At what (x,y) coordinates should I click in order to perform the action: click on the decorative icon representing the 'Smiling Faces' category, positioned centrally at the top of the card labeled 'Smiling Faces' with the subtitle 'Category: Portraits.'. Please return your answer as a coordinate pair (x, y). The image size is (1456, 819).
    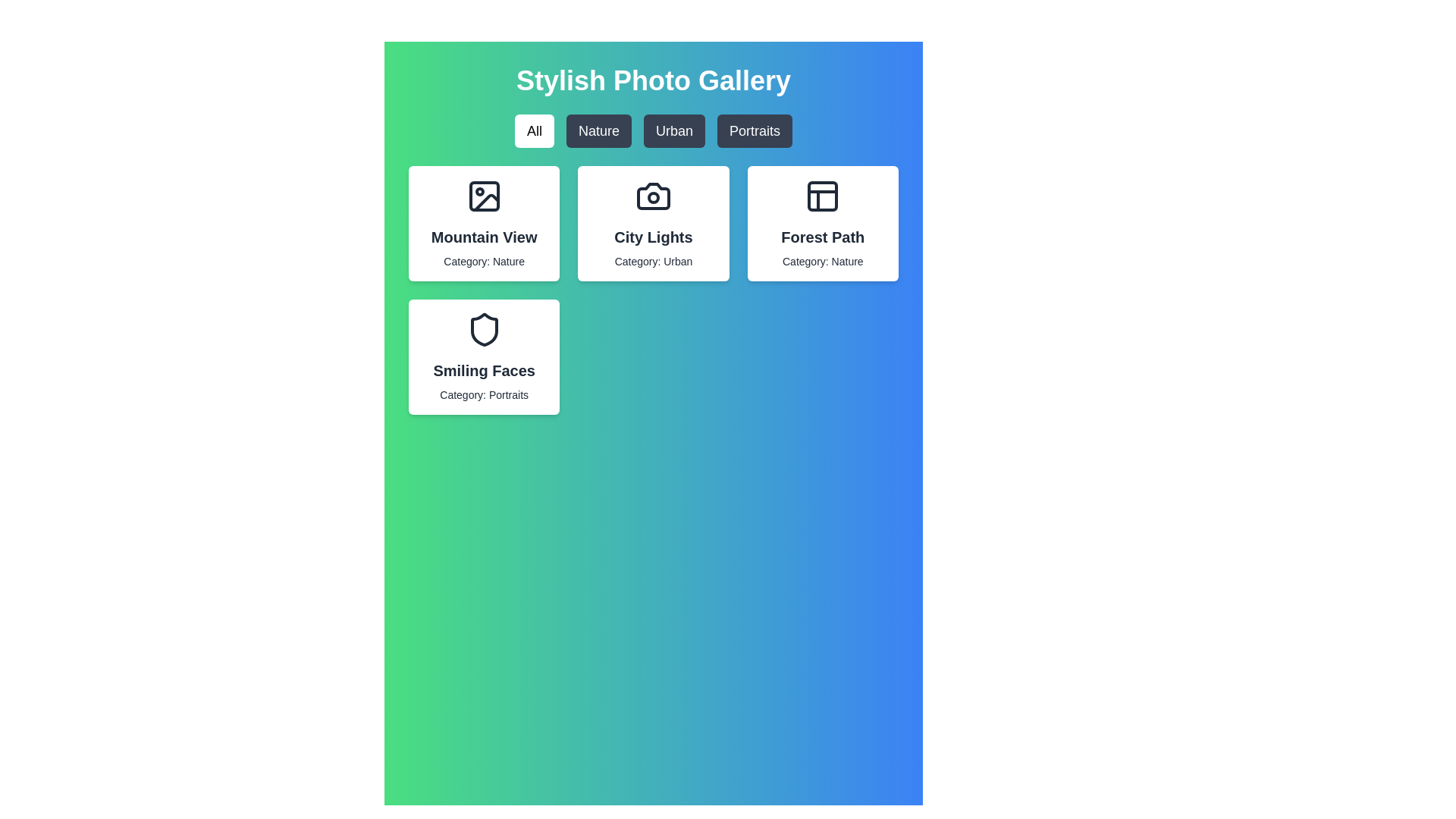
    Looking at the image, I should click on (483, 329).